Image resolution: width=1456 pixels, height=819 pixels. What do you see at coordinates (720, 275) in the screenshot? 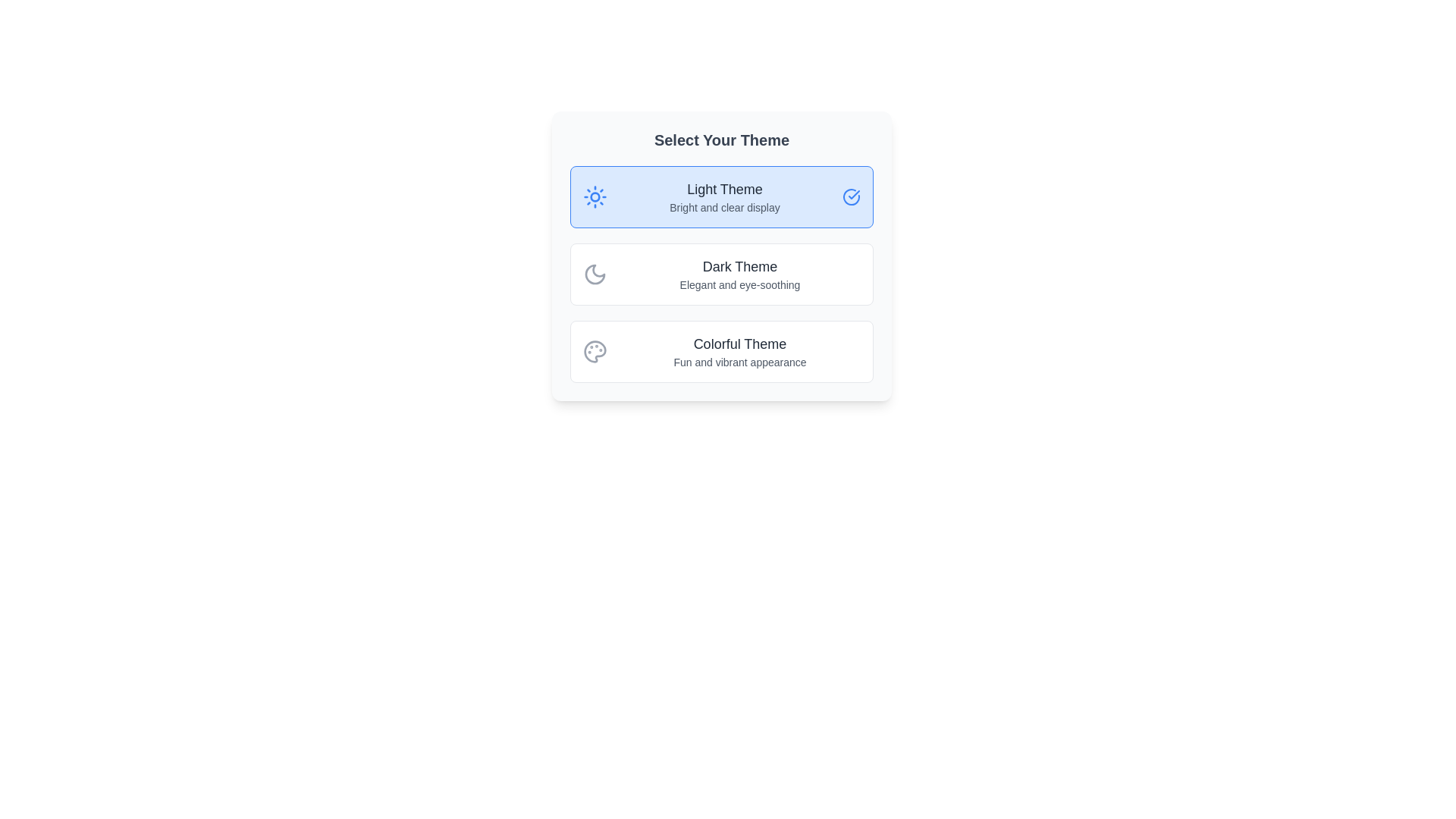
I see `to select the 'Dark Theme' card, which features a moon icon on the left and includes the title 'Dark Theme' in bold with a description 'Elegant and eye-soothing' below` at bounding box center [720, 275].